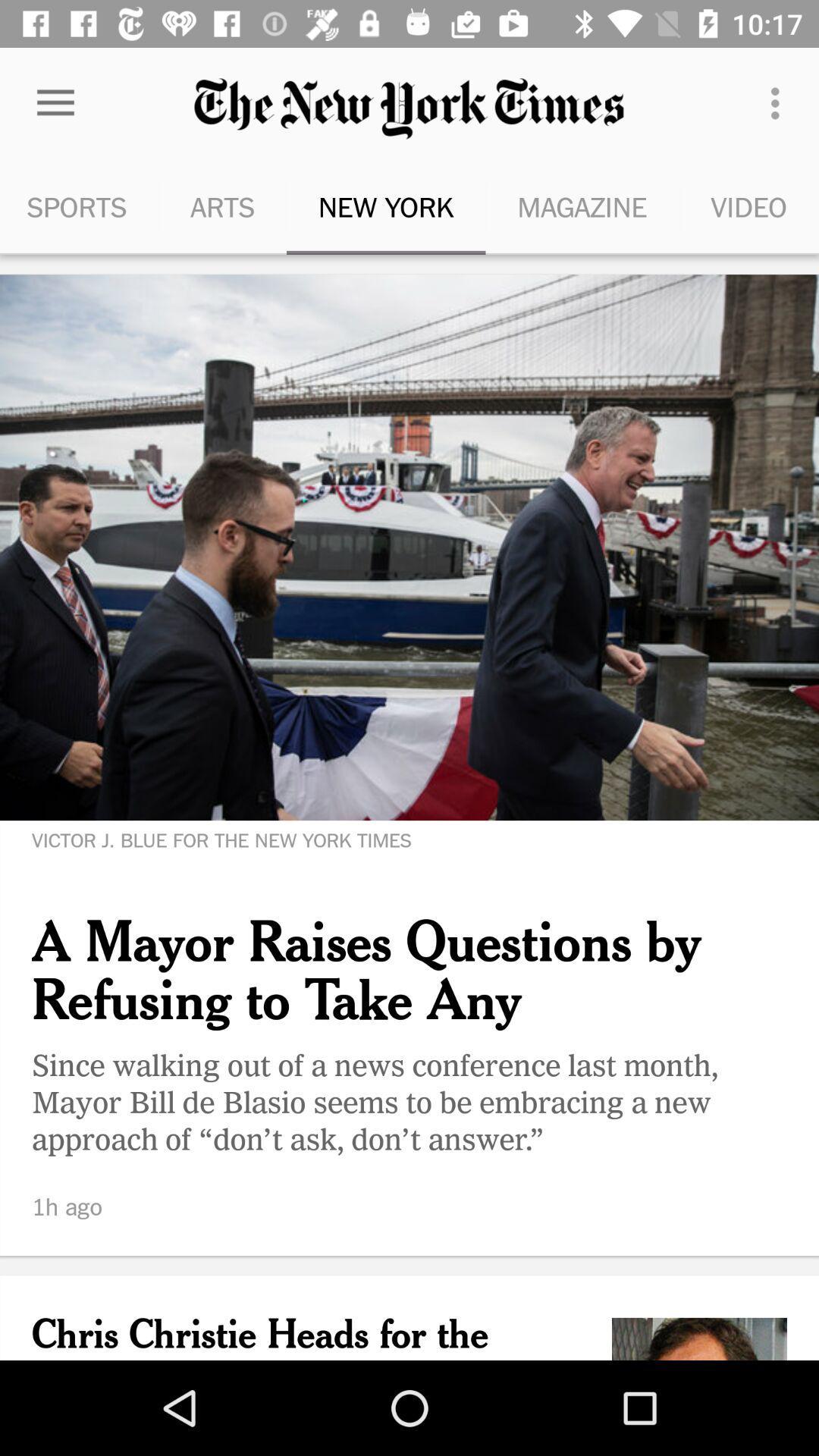 Image resolution: width=819 pixels, height=1456 pixels. Describe the element at coordinates (582, 206) in the screenshot. I see `magazine` at that location.